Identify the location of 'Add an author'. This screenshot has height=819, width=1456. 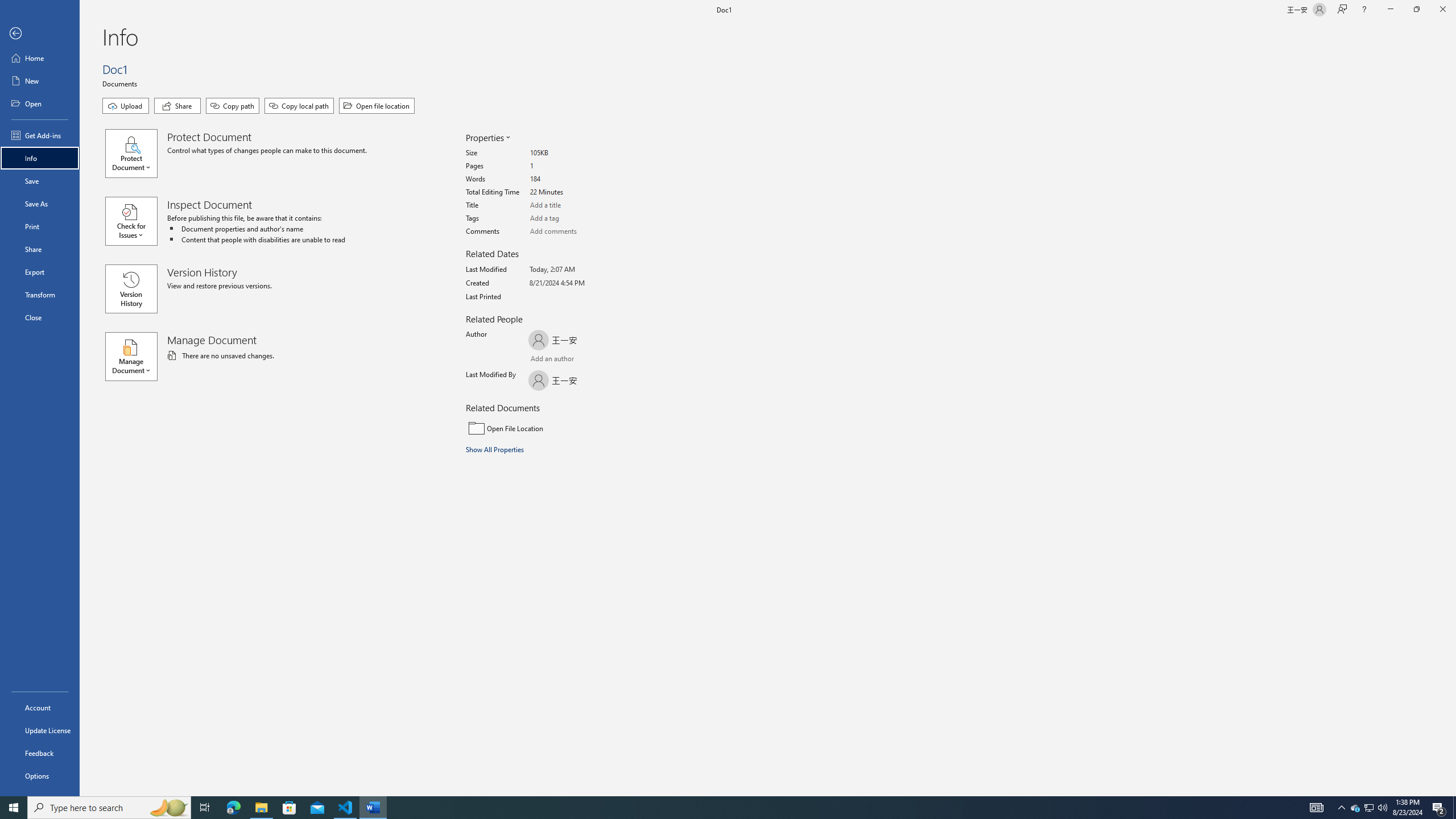
(540, 359).